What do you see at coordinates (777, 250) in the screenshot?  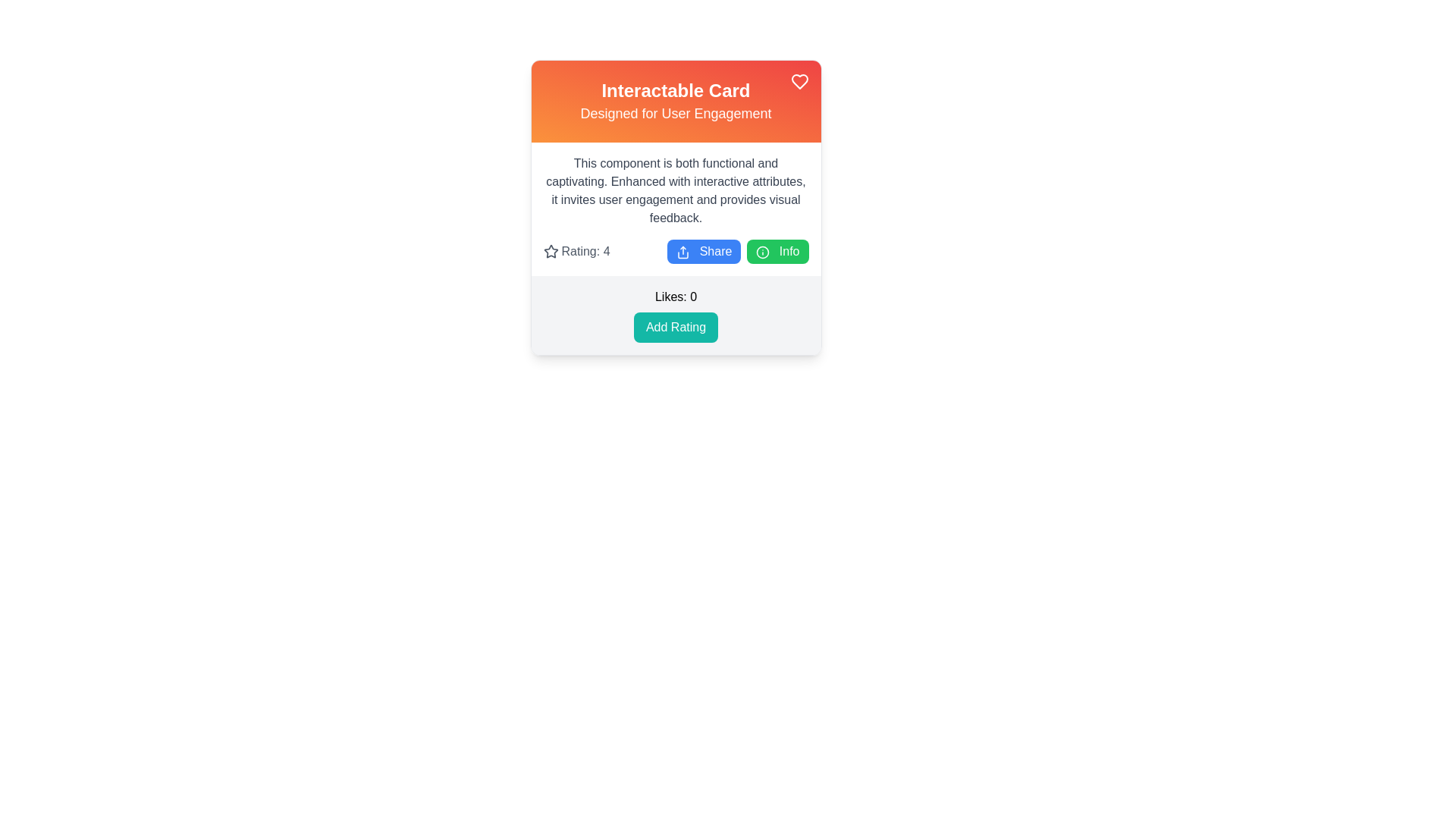 I see `the green 'Info' button with white text and an 'i' icon, located to the right of the blue 'Share' button` at bounding box center [777, 250].